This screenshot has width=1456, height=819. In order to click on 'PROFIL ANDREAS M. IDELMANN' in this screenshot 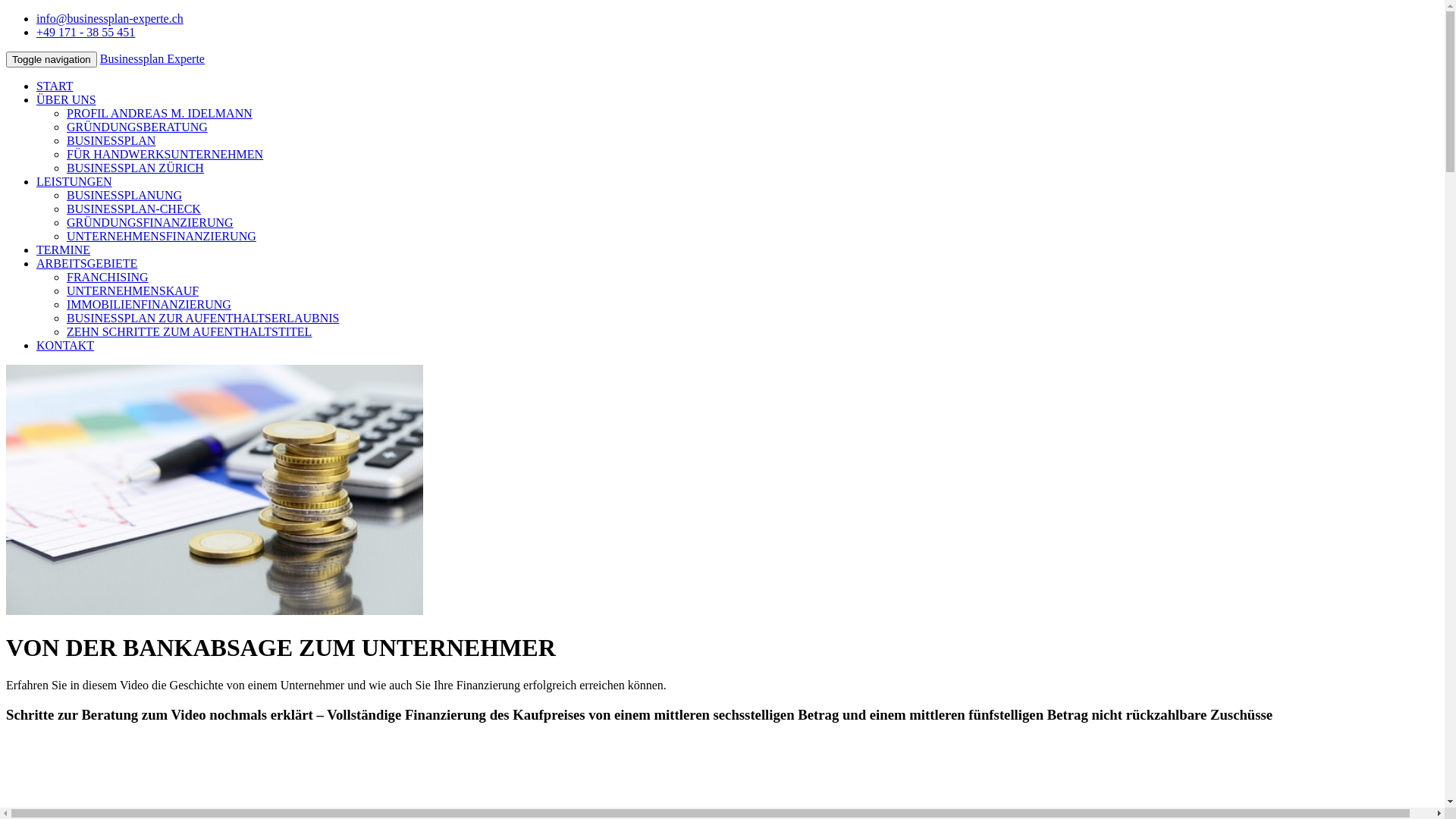, I will do `click(65, 112)`.